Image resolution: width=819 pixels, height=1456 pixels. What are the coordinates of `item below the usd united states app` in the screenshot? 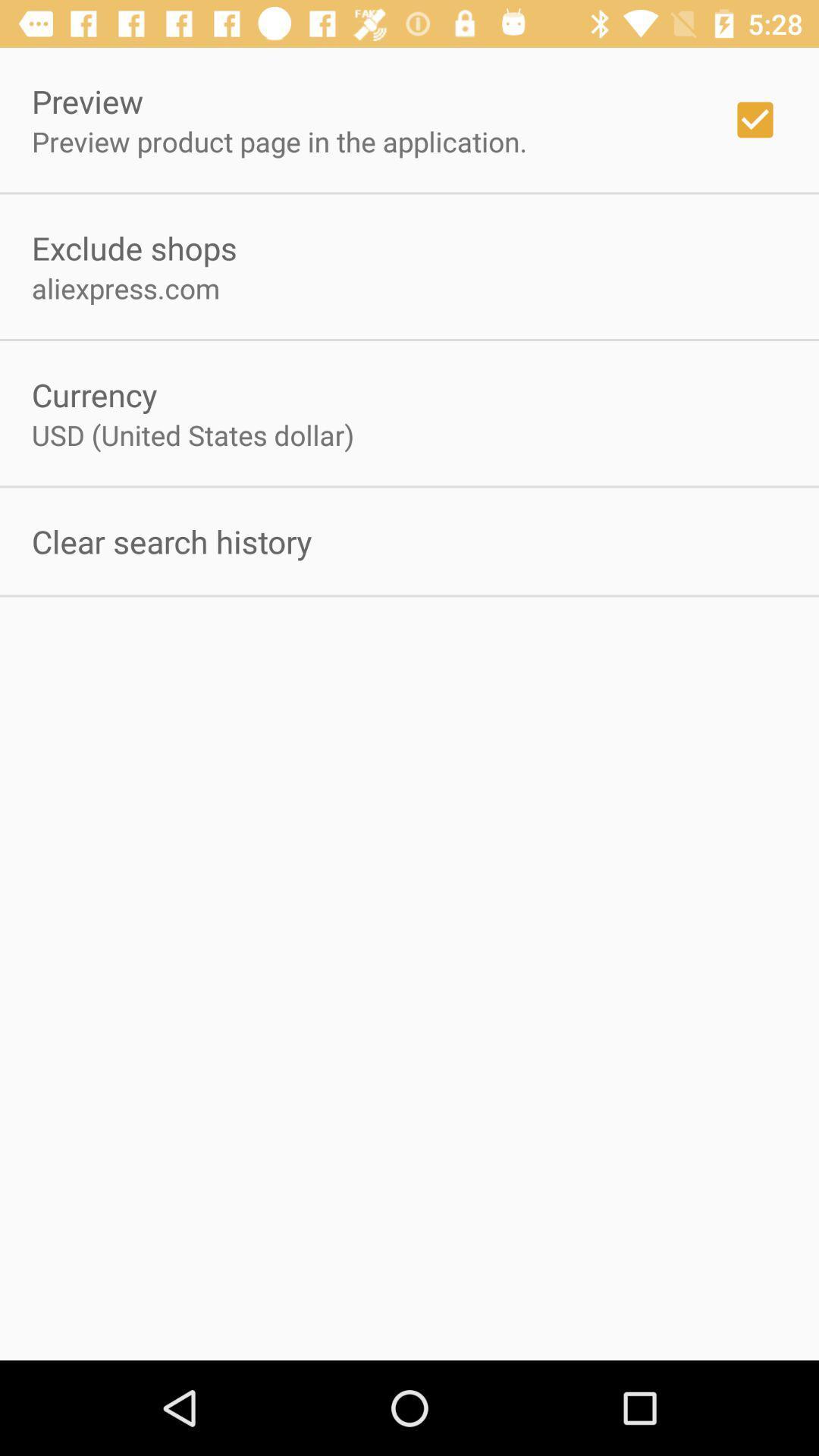 It's located at (171, 541).